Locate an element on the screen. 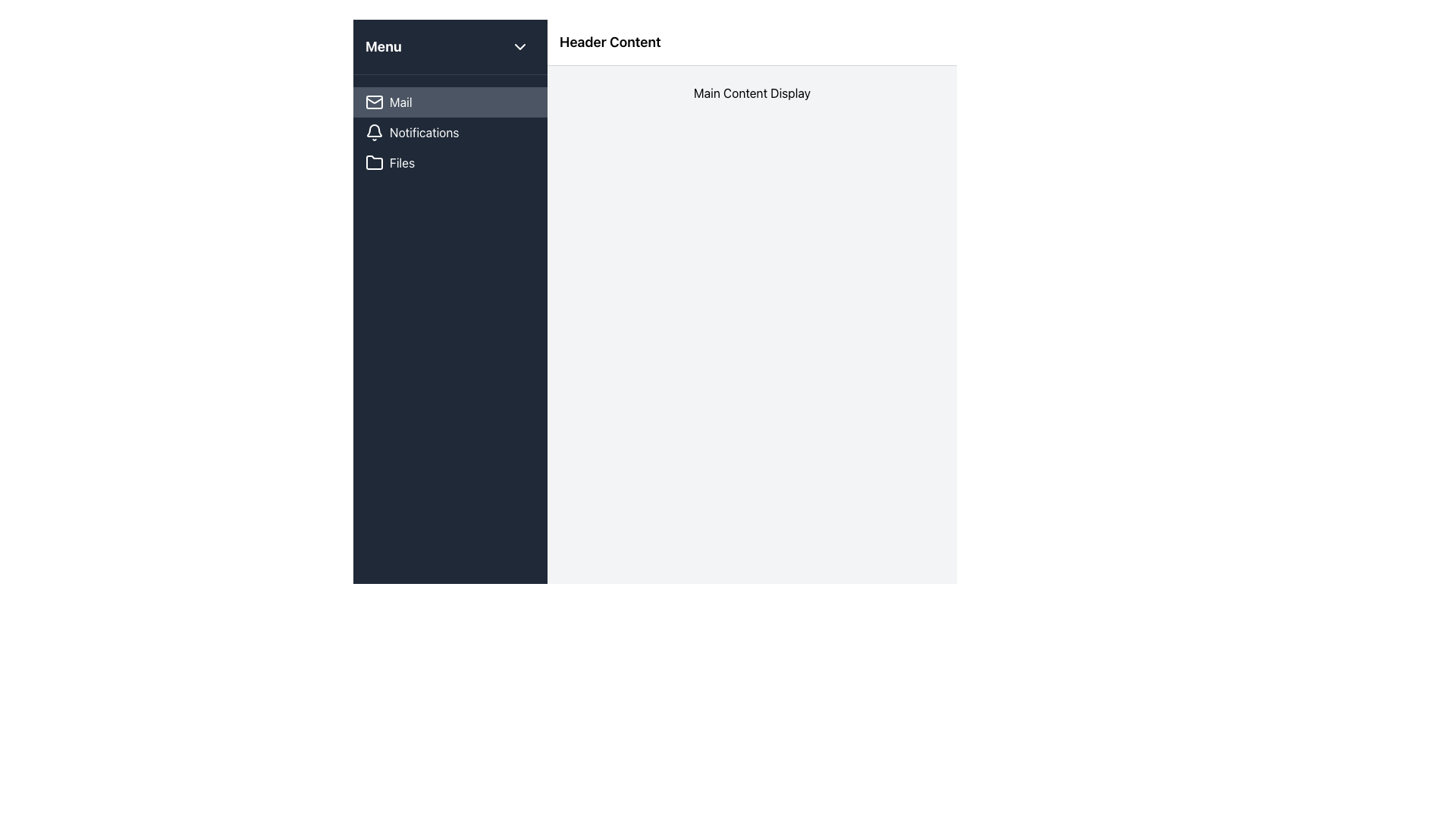 This screenshot has height=819, width=1456. the 'Mail' navigation button in the vertical sidebar menu is located at coordinates (450, 102).